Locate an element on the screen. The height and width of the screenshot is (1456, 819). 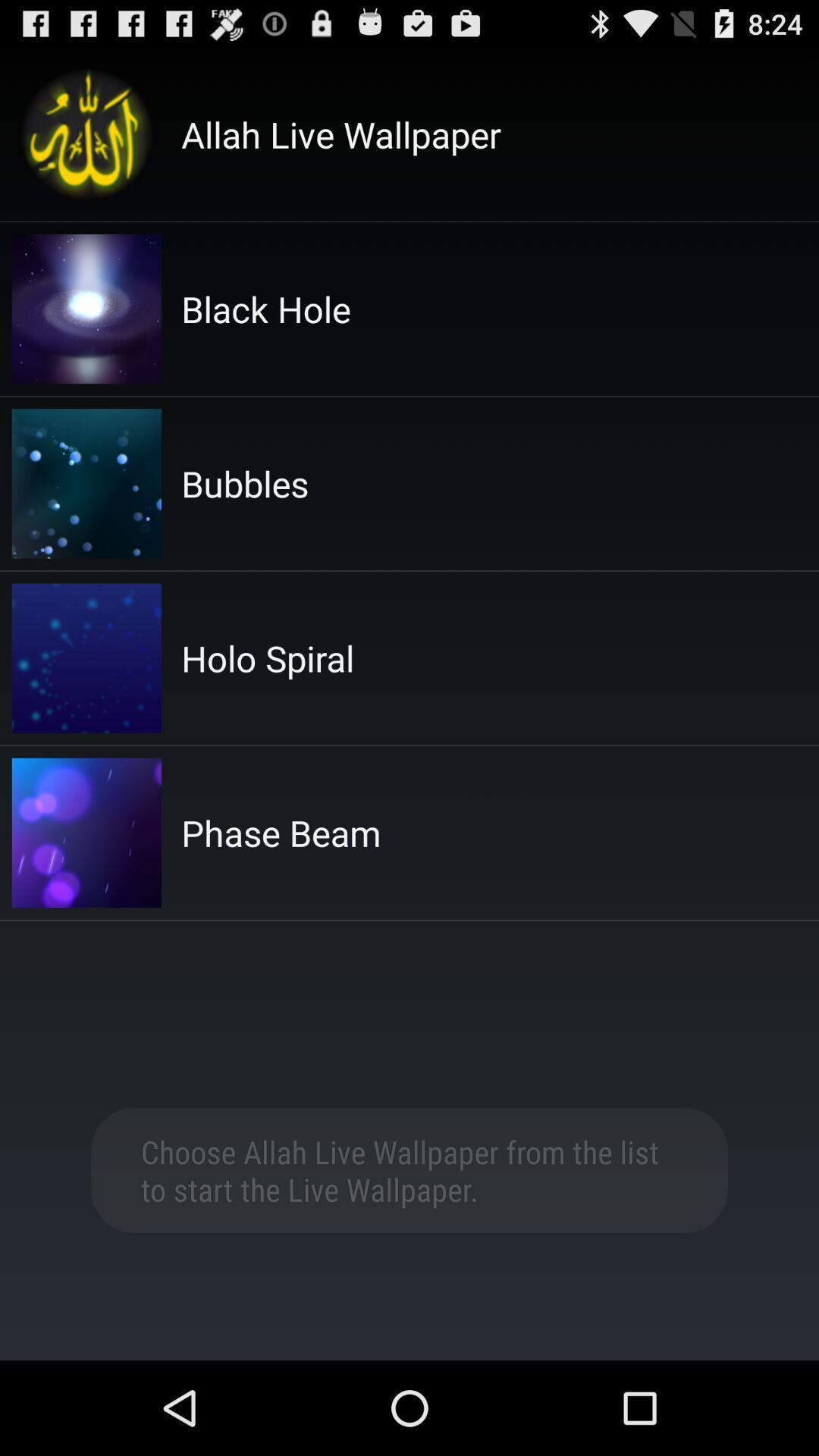
the holo spiral app is located at coordinates (267, 658).